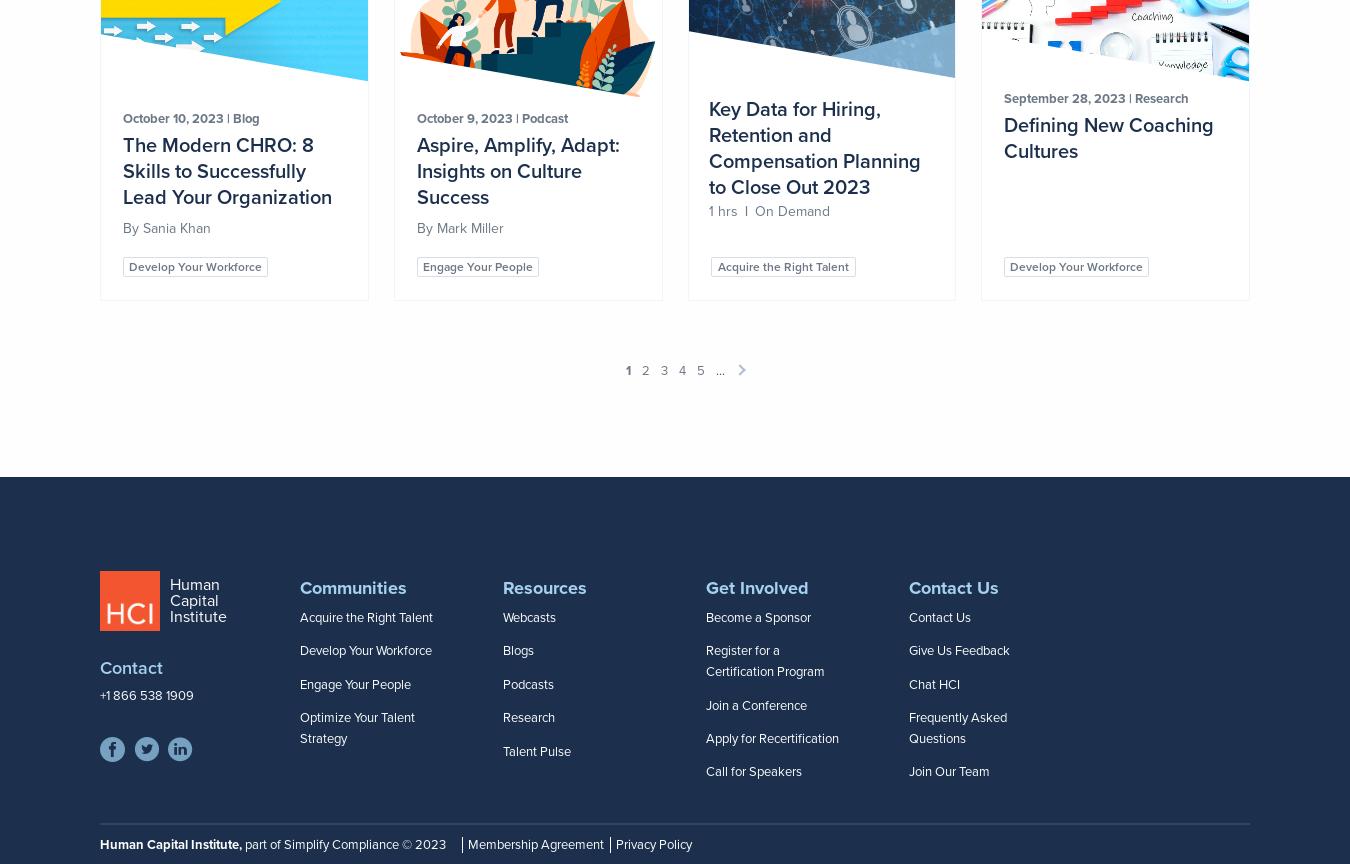  Describe the element at coordinates (705, 738) in the screenshot. I see `'Apply for Recertification'` at that location.